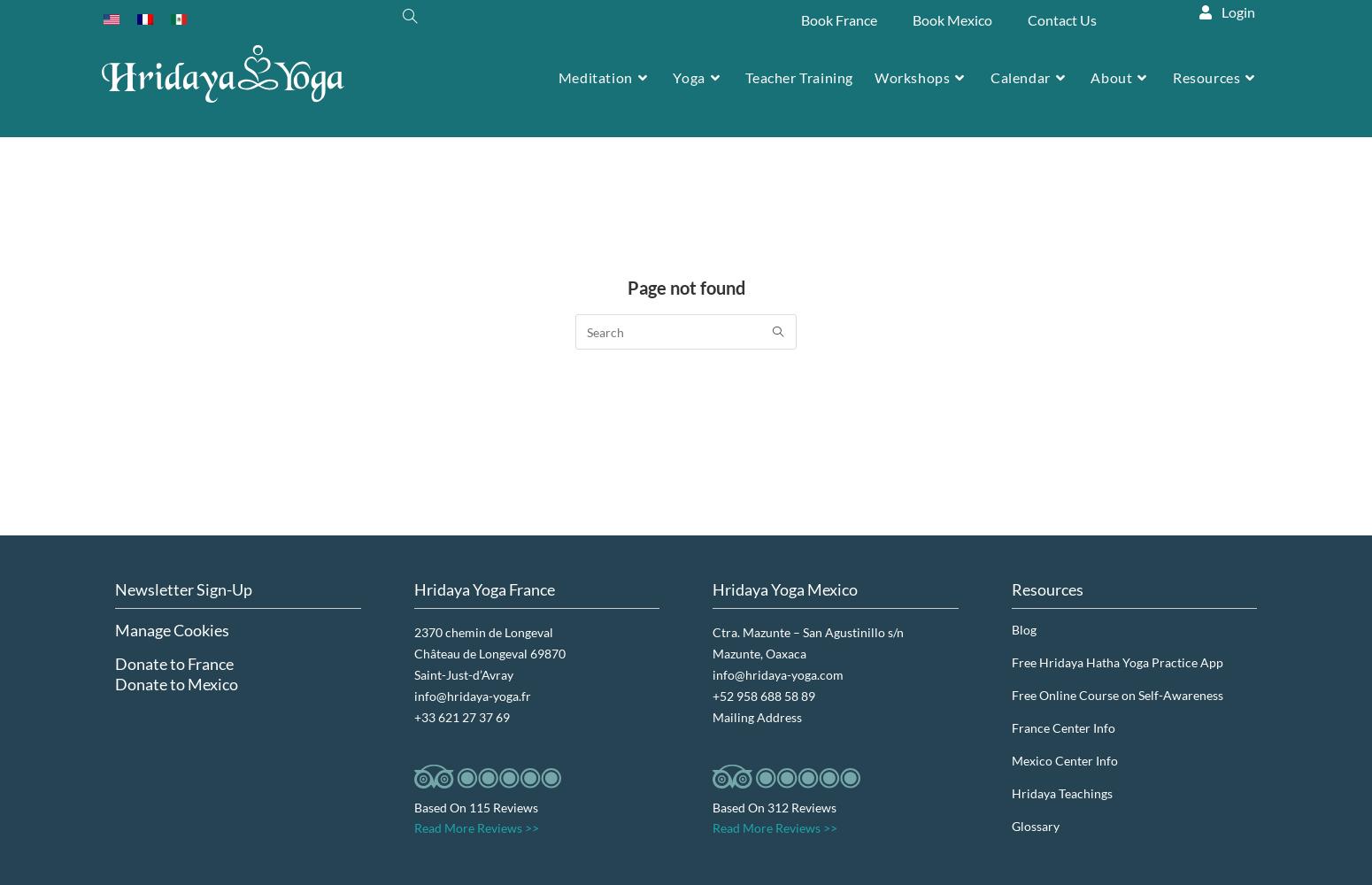  Describe the element at coordinates (685, 287) in the screenshot. I see `'Page not found'` at that location.